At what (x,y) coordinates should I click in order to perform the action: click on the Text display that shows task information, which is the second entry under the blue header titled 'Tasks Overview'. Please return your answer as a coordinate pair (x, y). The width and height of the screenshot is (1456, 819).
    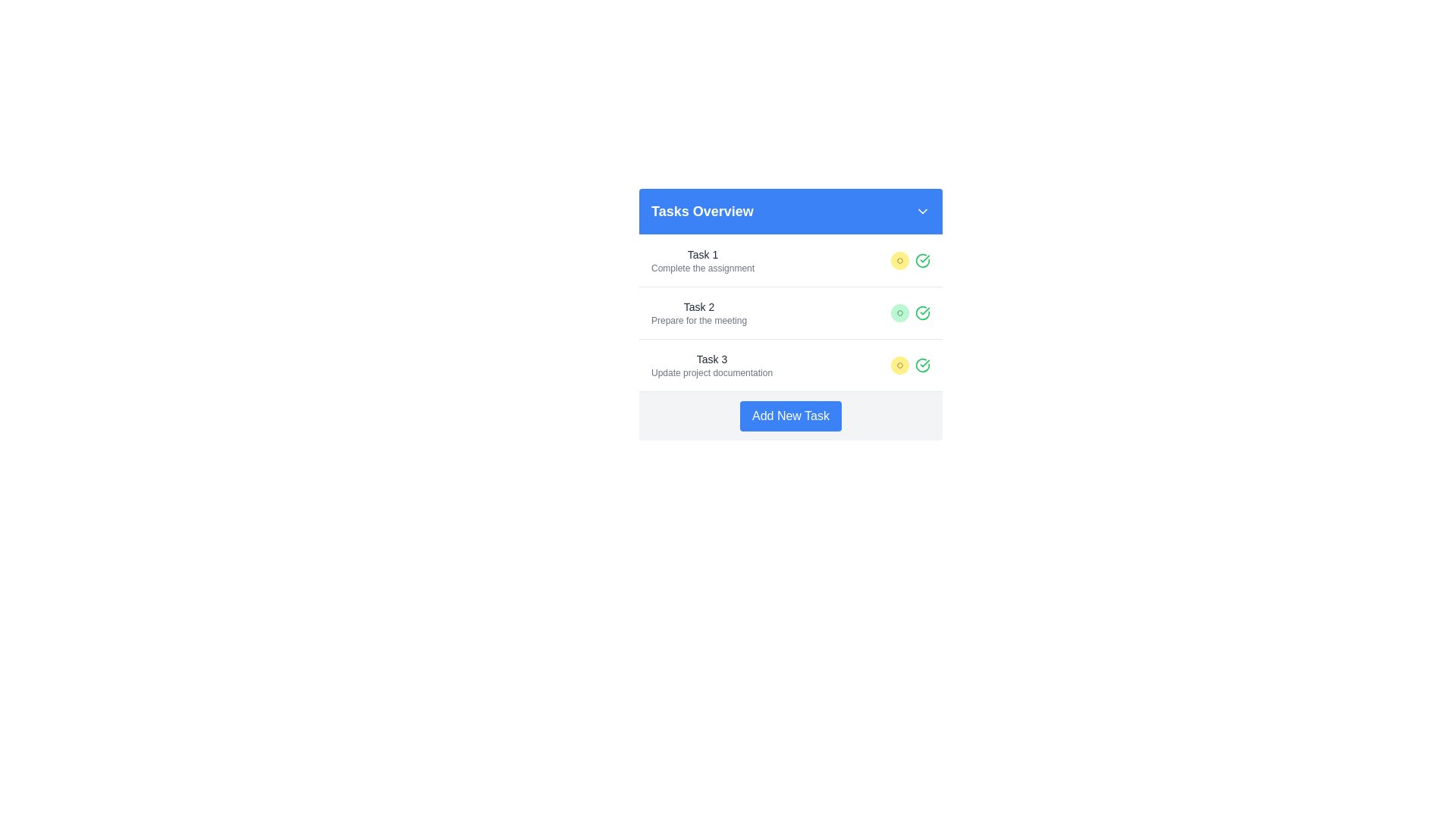
    Looking at the image, I should click on (698, 312).